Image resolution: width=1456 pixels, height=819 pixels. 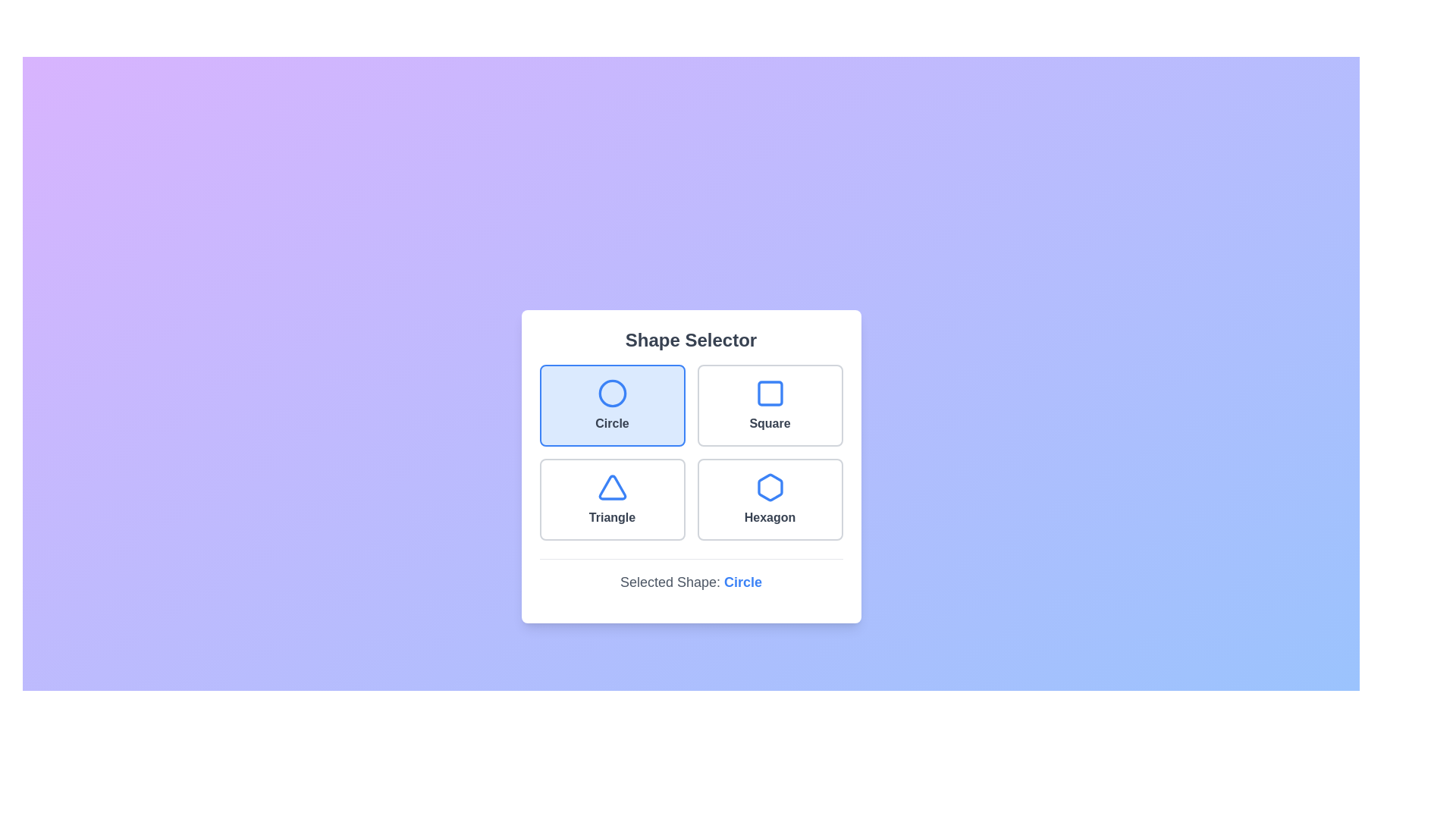 I want to click on the shape button corresponding to Hexagon, so click(x=770, y=499).